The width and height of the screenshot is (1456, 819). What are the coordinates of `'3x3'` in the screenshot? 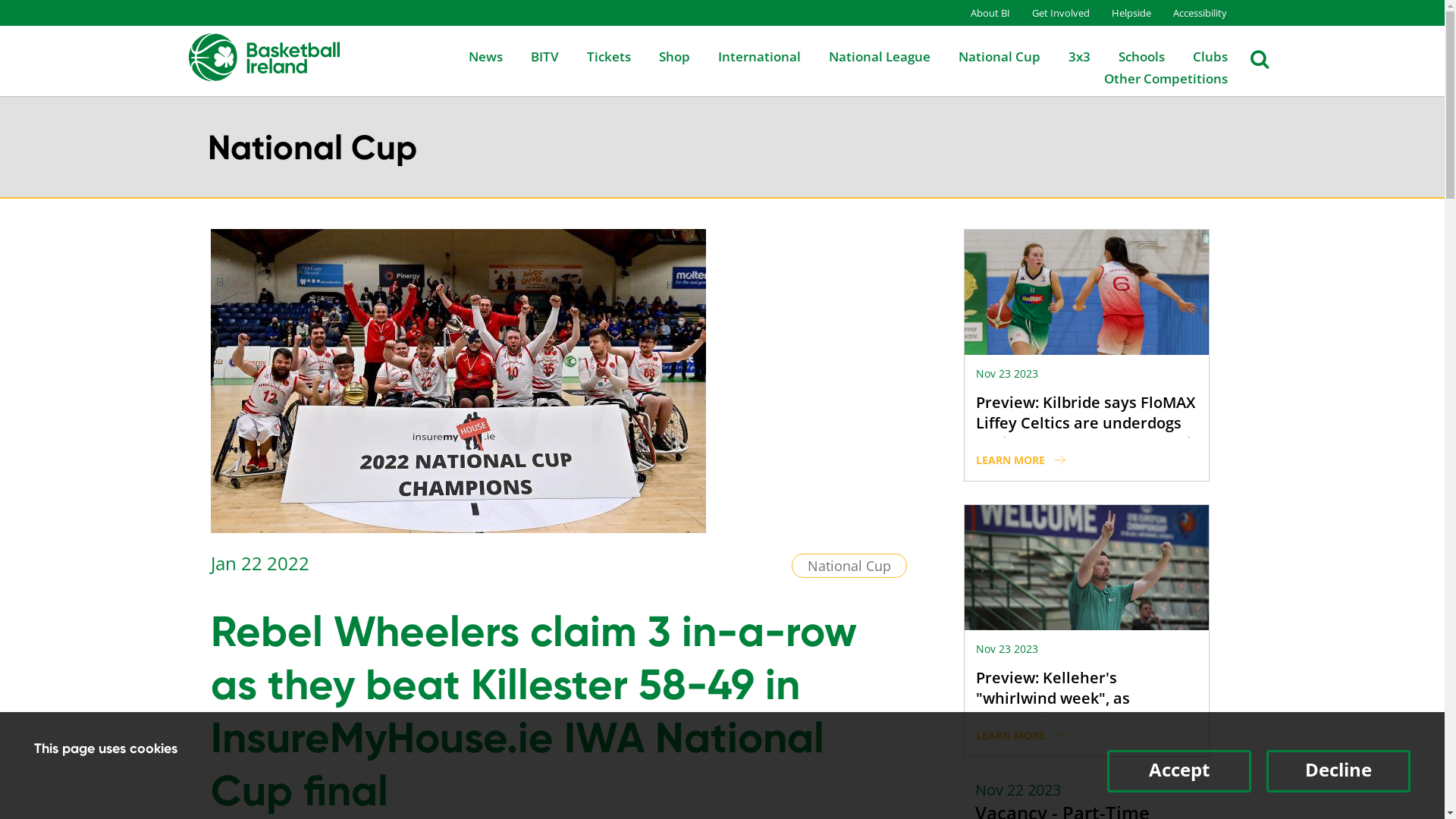 It's located at (1065, 55).